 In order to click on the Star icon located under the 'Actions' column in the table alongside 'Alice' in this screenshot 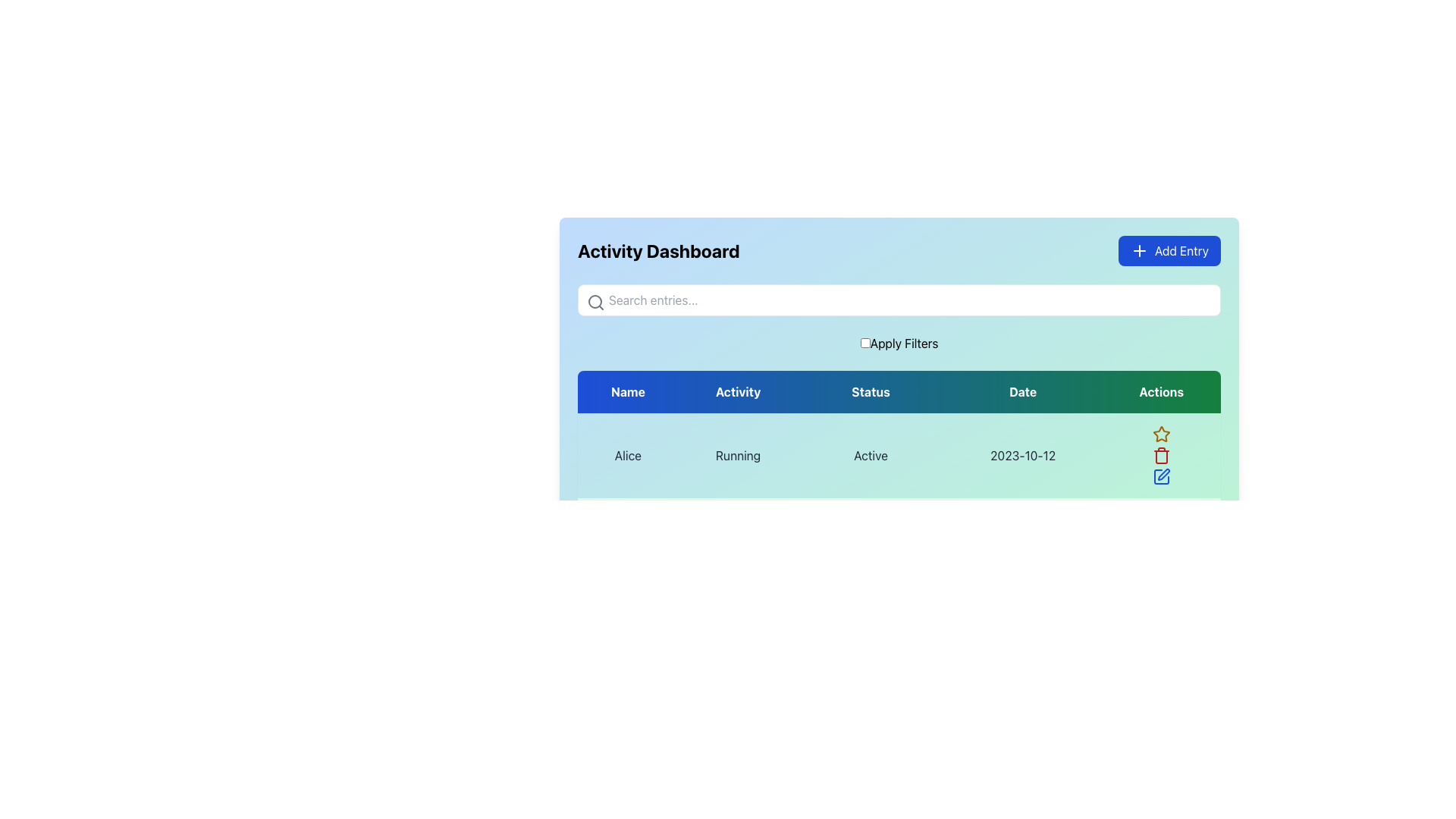, I will do `click(1160, 435)`.